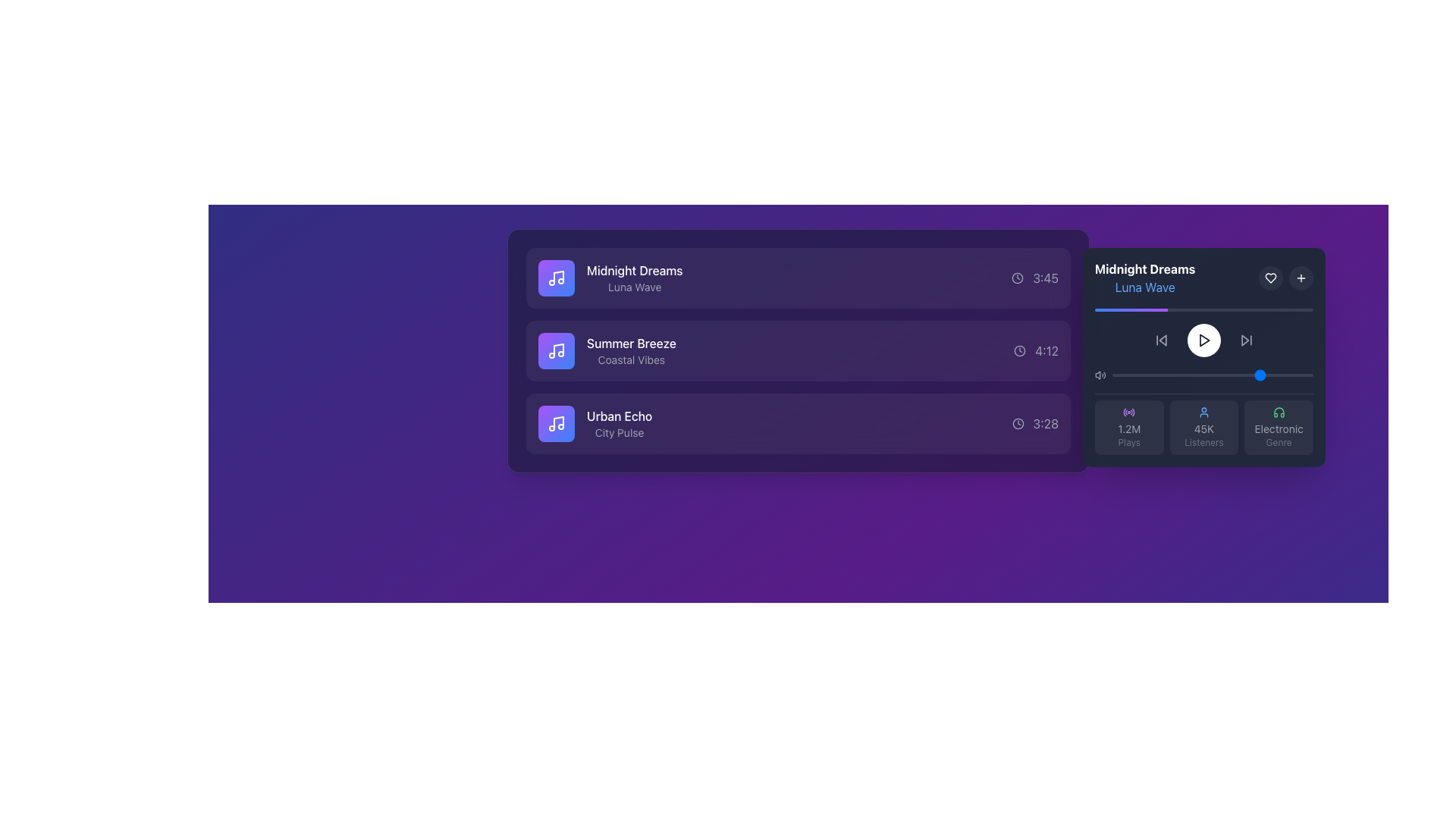 The width and height of the screenshot is (1456, 819). Describe the element at coordinates (1203, 339) in the screenshot. I see `the circular play button located in the center of the playback control section of the audio player interface, which features a white background and a black play icon` at that location.